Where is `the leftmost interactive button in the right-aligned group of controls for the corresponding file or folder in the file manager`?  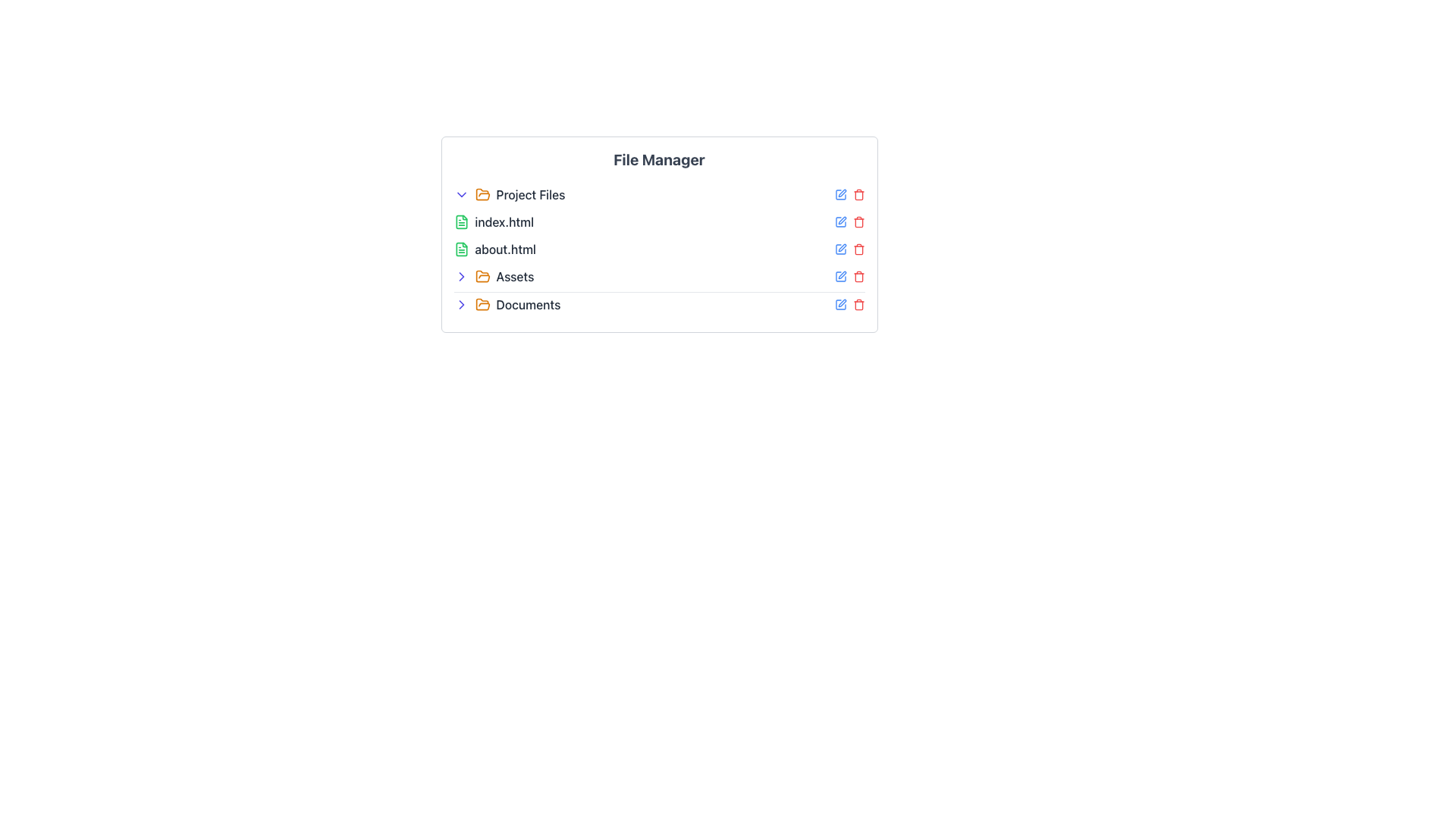
the leftmost interactive button in the right-aligned group of controls for the corresponding file or folder in the file manager is located at coordinates (839, 304).